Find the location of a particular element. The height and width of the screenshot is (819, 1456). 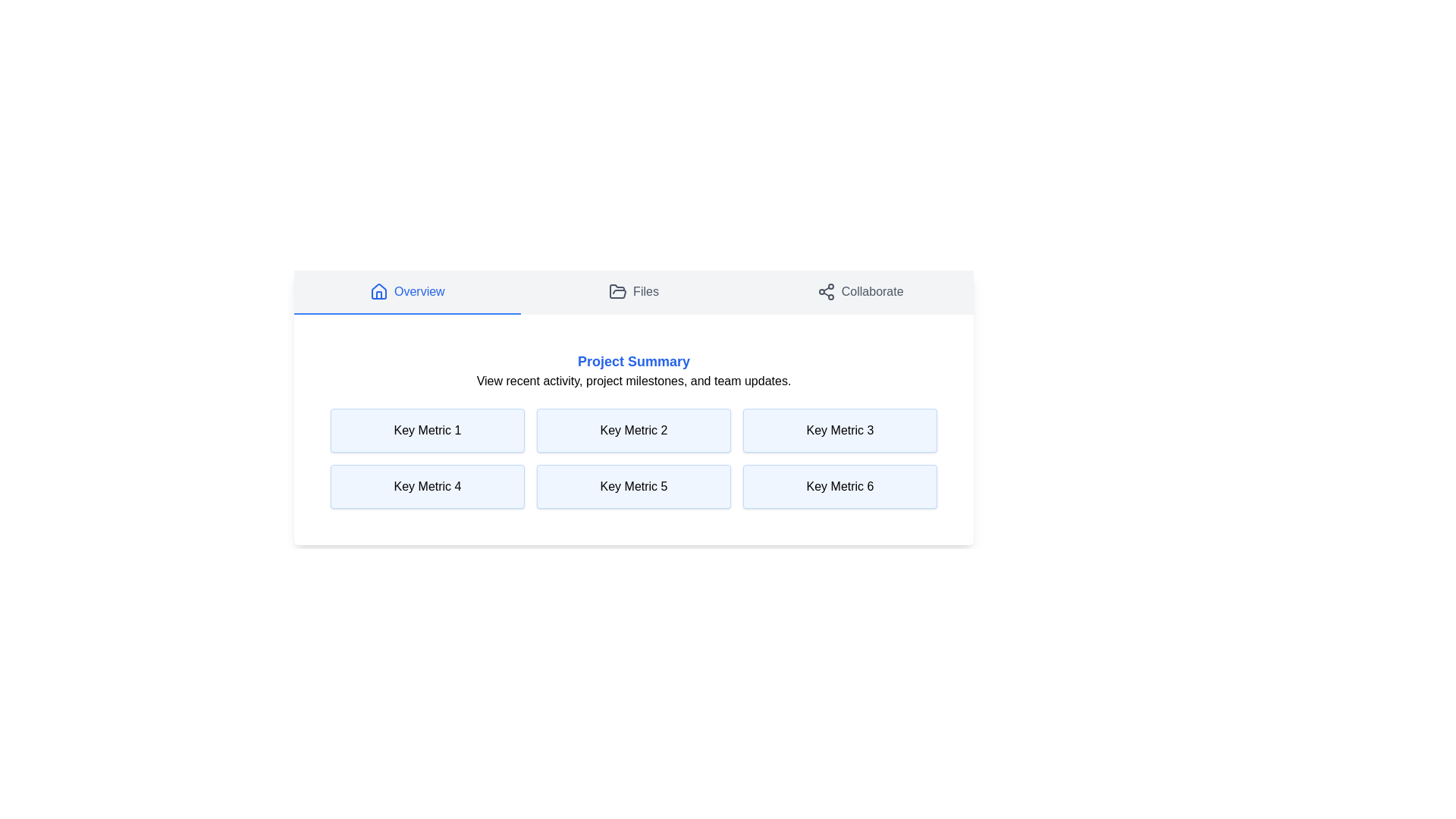

the Informational tile with a light blue background that displays the text 'Key Metric 4' in black, located in the second row and first column of a grid layout is located at coordinates (427, 486).